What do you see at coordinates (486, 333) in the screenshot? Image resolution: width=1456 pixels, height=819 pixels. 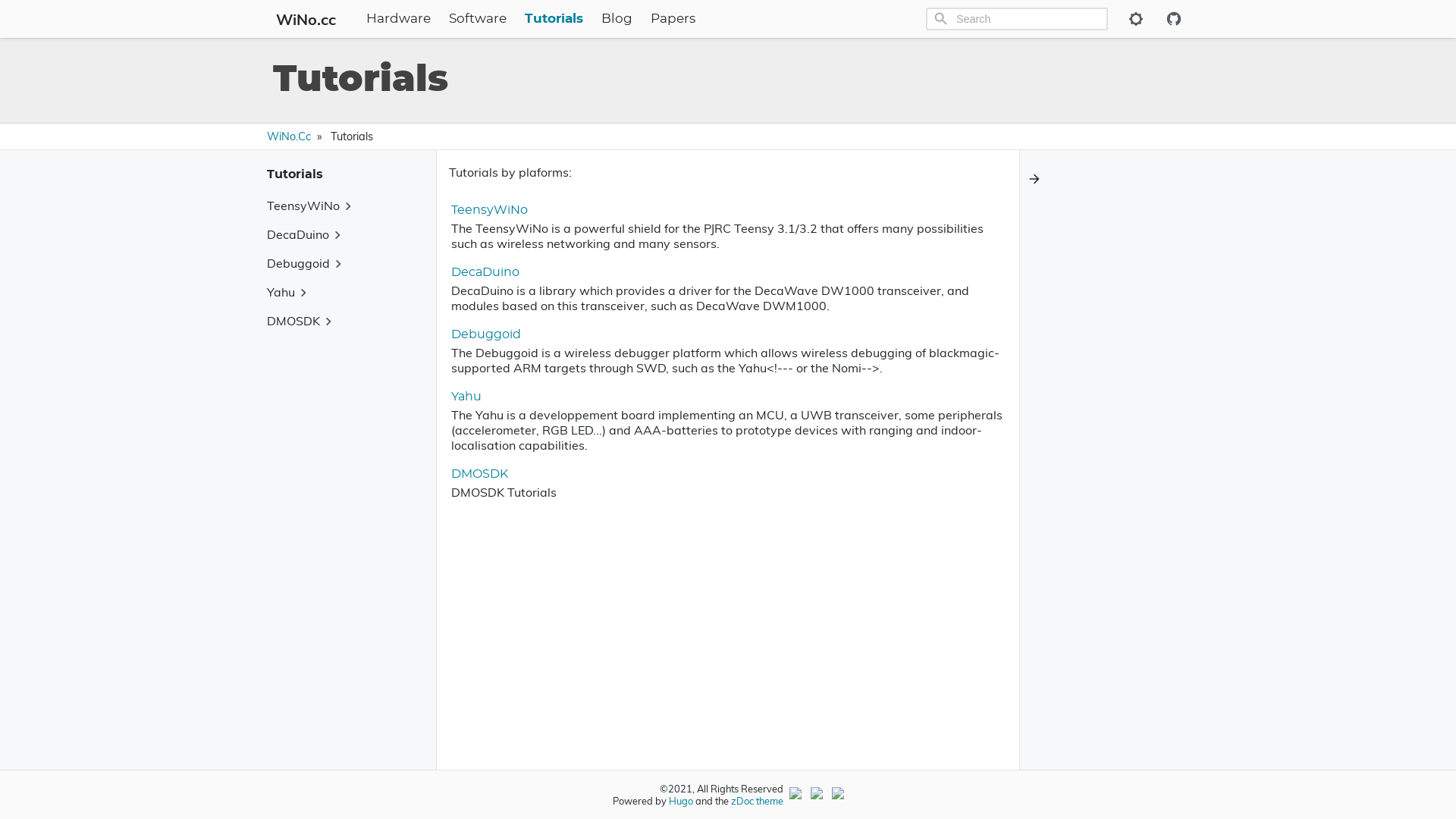 I see `'Debuggoid'` at bounding box center [486, 333].